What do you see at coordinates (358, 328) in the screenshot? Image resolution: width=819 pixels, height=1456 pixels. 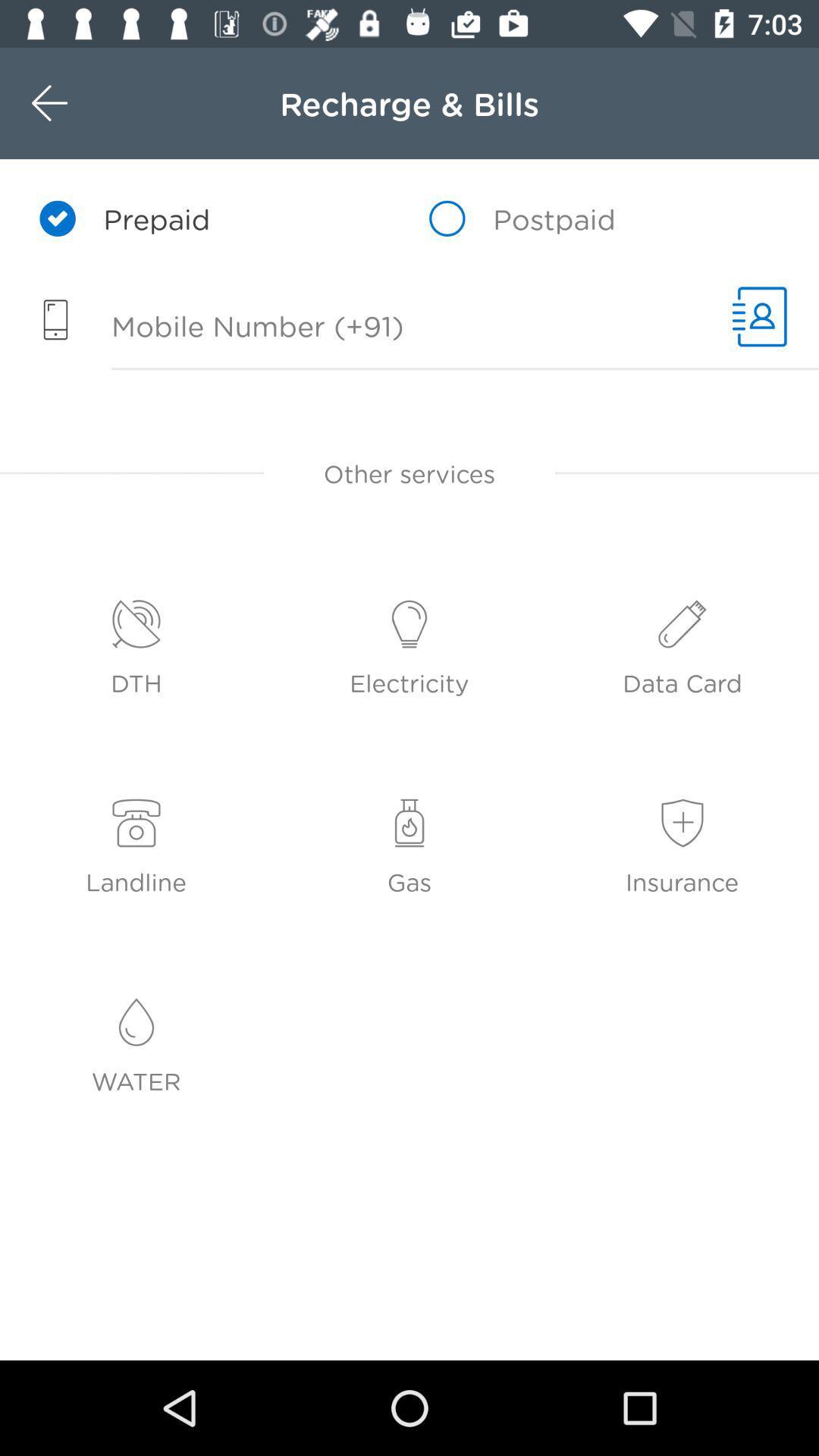 I see `the mobile number` at bounding box center [358, 328].